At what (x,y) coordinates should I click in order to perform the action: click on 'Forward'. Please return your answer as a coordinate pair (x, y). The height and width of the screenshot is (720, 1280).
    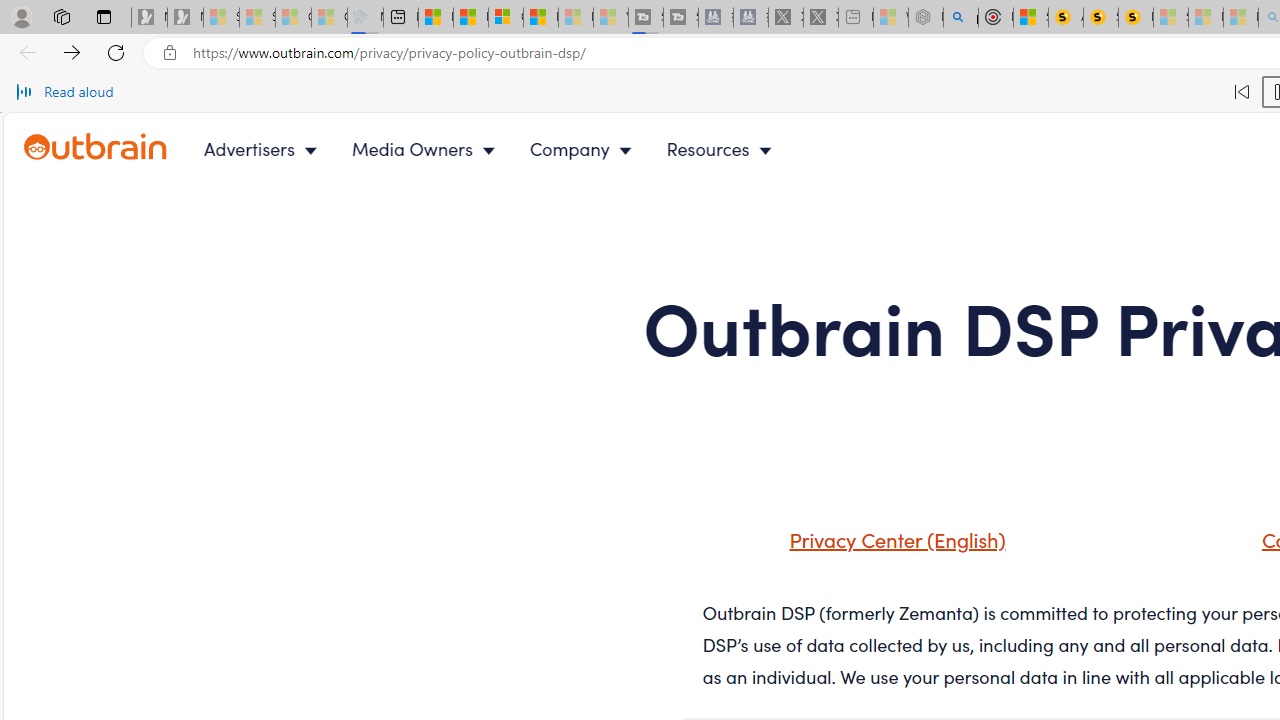
    Looking at the image, I should click on (72, 51).